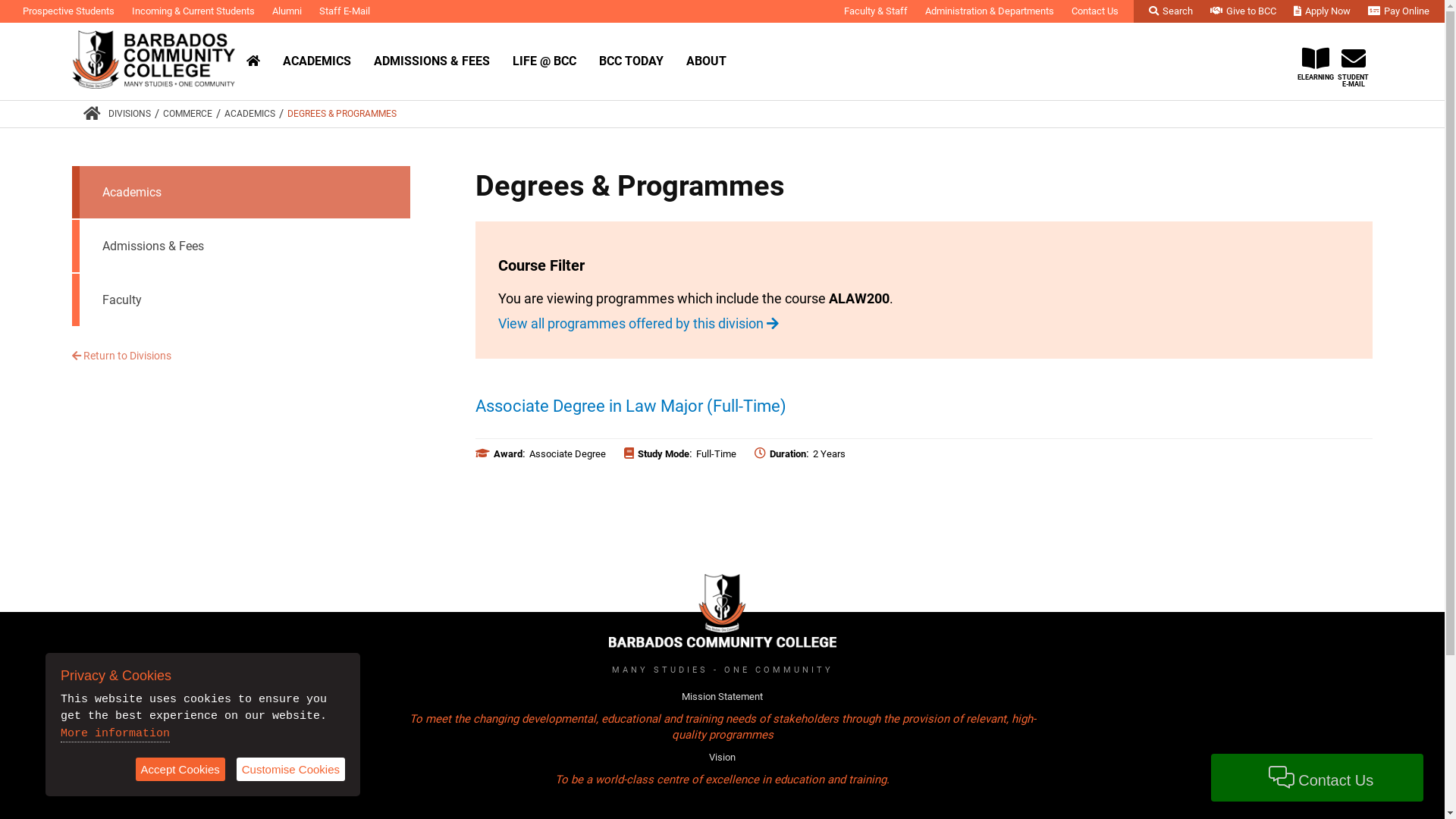  Describe the element at coordinates (1398, 11) in the screenshot. I see `'Pay Online'` at that location.